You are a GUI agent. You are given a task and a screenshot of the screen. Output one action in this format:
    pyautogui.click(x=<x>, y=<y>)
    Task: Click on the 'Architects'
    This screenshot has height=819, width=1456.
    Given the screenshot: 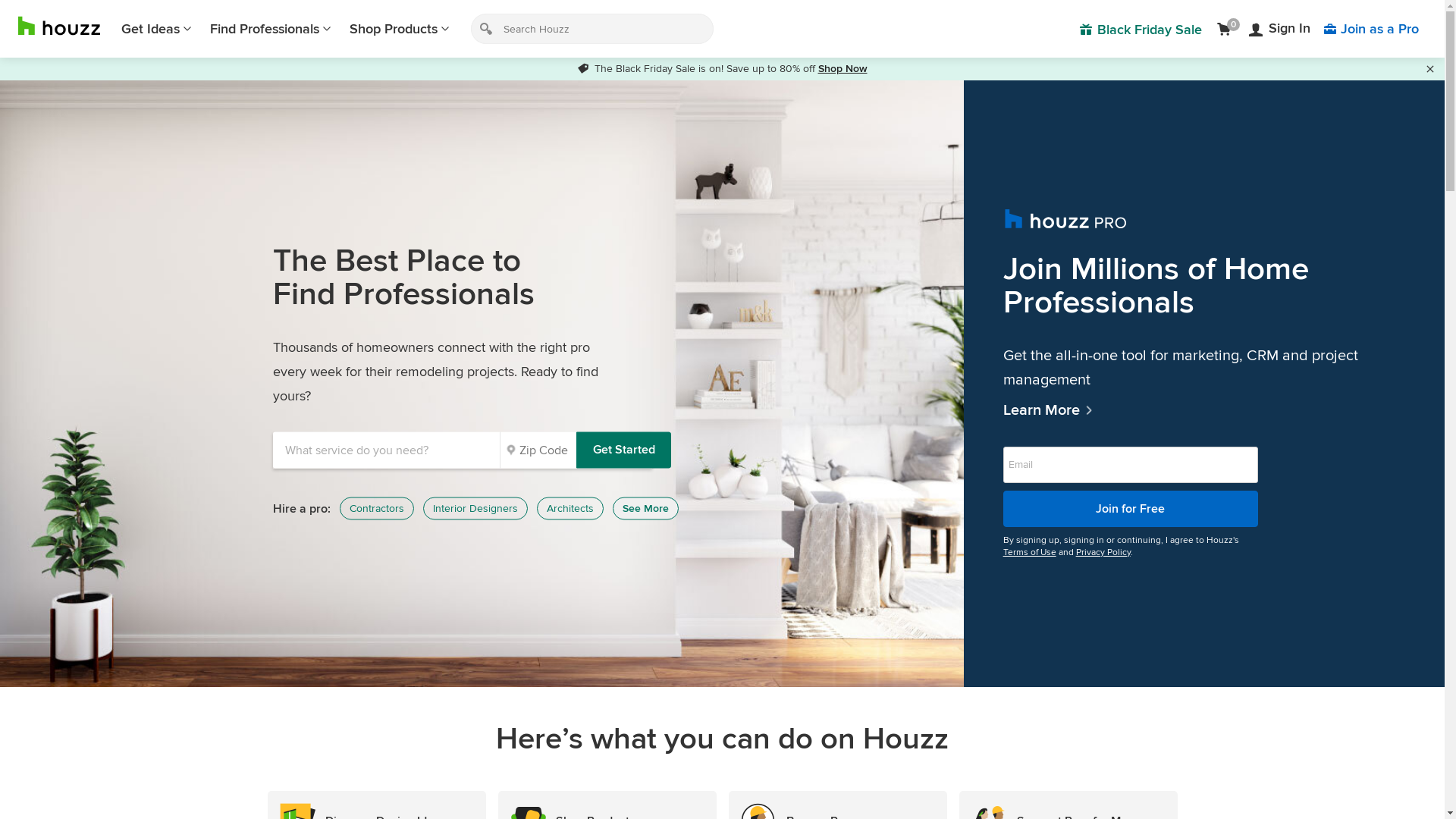 What is the action you would take?
    pyautogui.click(x=570, y=509)
    